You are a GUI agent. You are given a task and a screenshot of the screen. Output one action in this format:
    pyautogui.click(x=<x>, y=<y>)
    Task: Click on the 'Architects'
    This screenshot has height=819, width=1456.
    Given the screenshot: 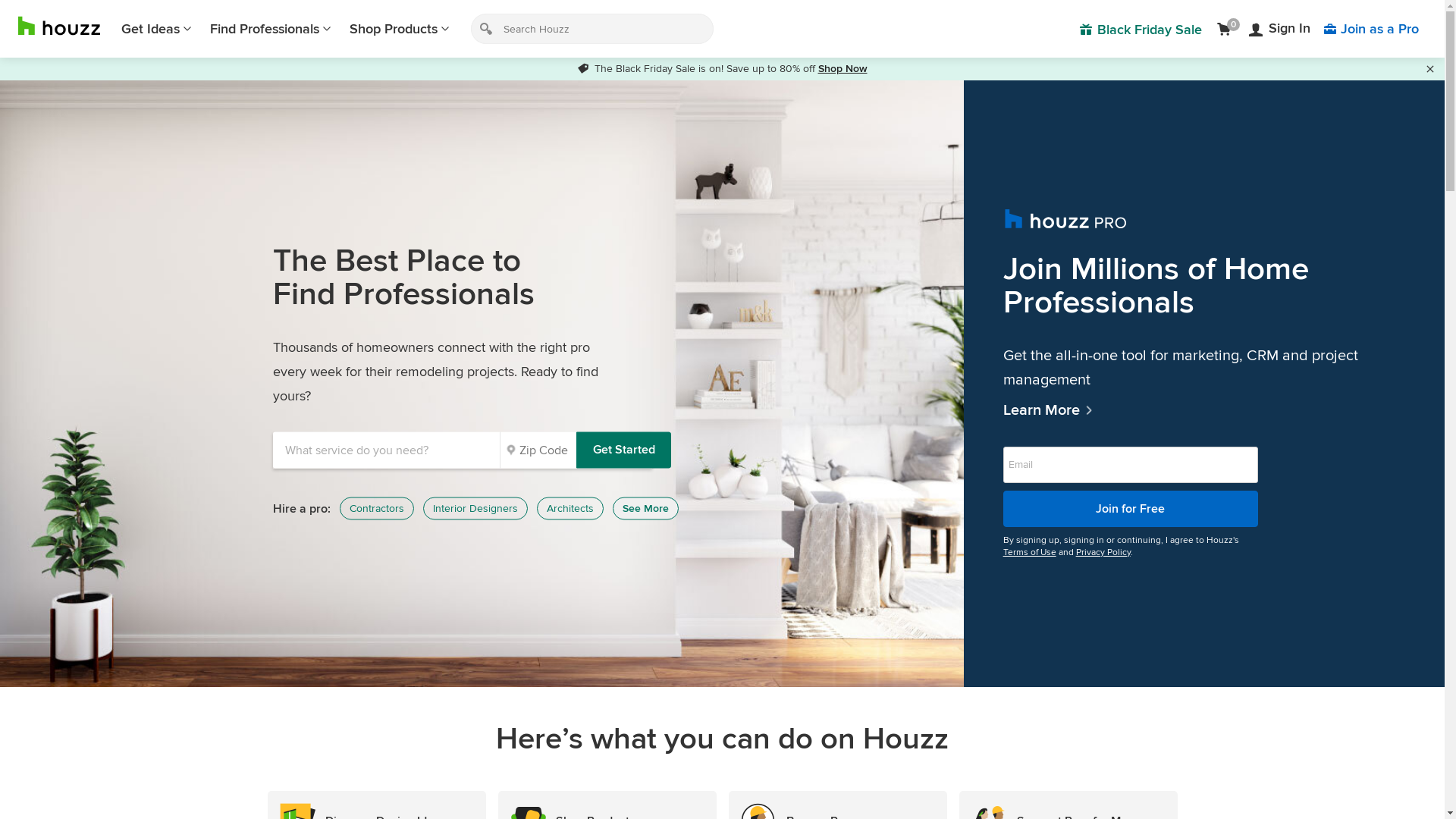 What is the action you would take?
    pyautogui.click(x=570, y=509)
    